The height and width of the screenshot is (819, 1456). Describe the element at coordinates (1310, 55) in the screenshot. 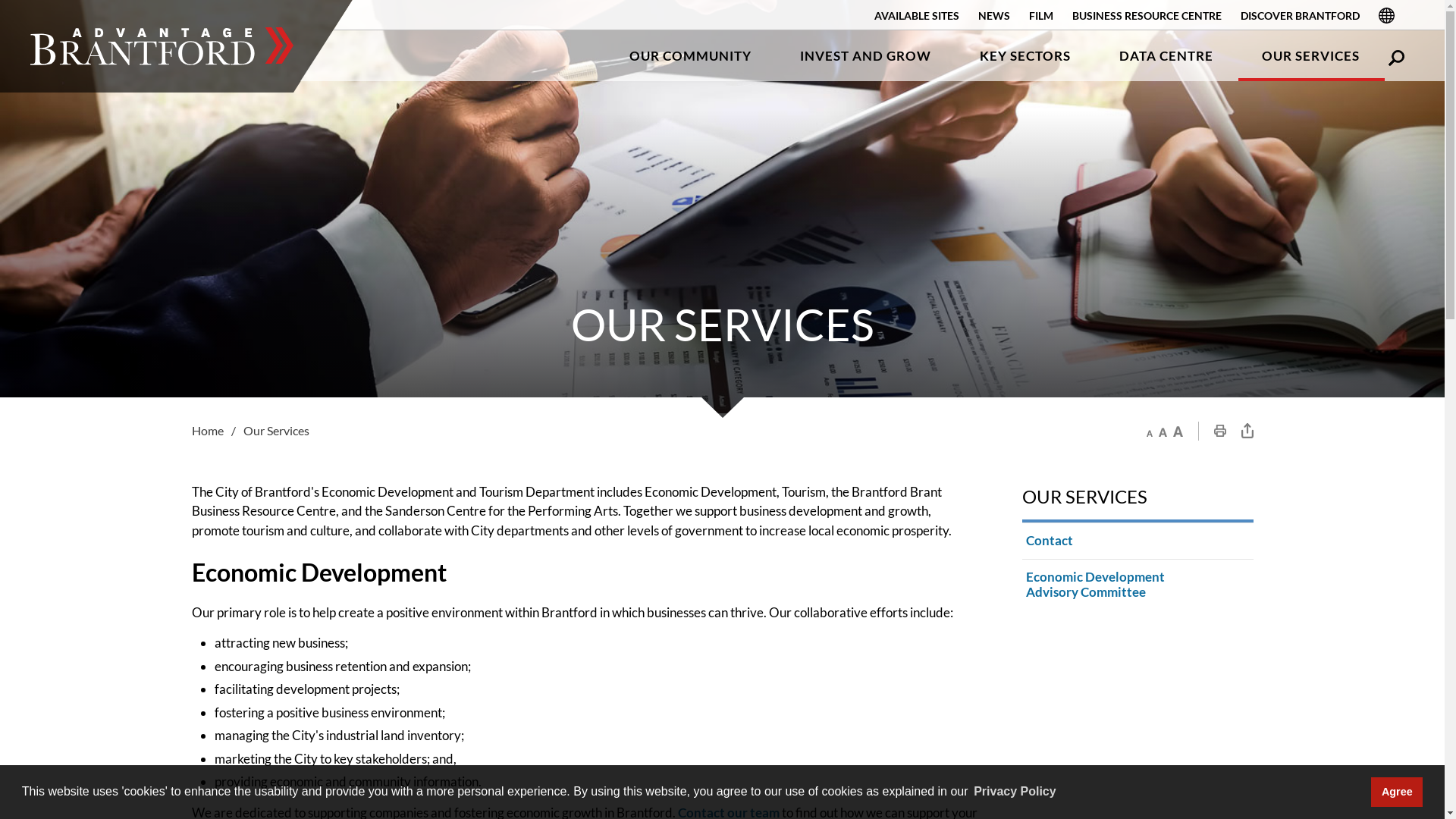

I see `'OUR SERVICES'` at that location.